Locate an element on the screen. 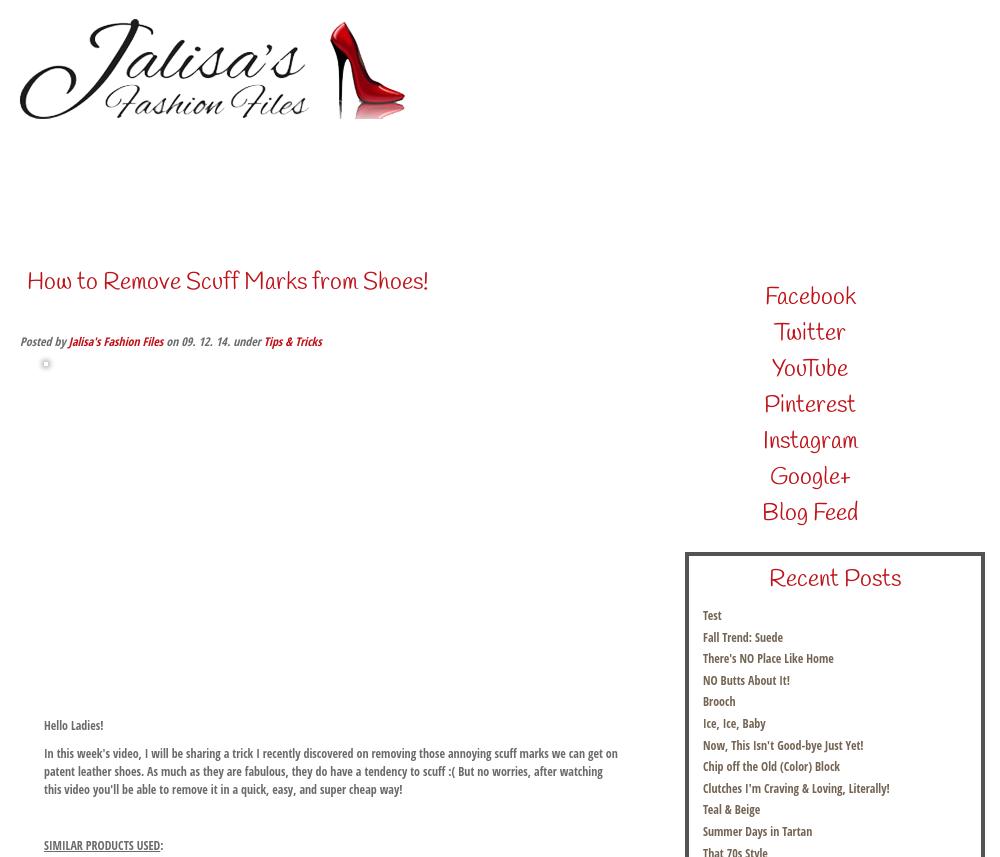 This screenshot has width=1000, height=857. 'Google+' is located at coordinates (809, 478).